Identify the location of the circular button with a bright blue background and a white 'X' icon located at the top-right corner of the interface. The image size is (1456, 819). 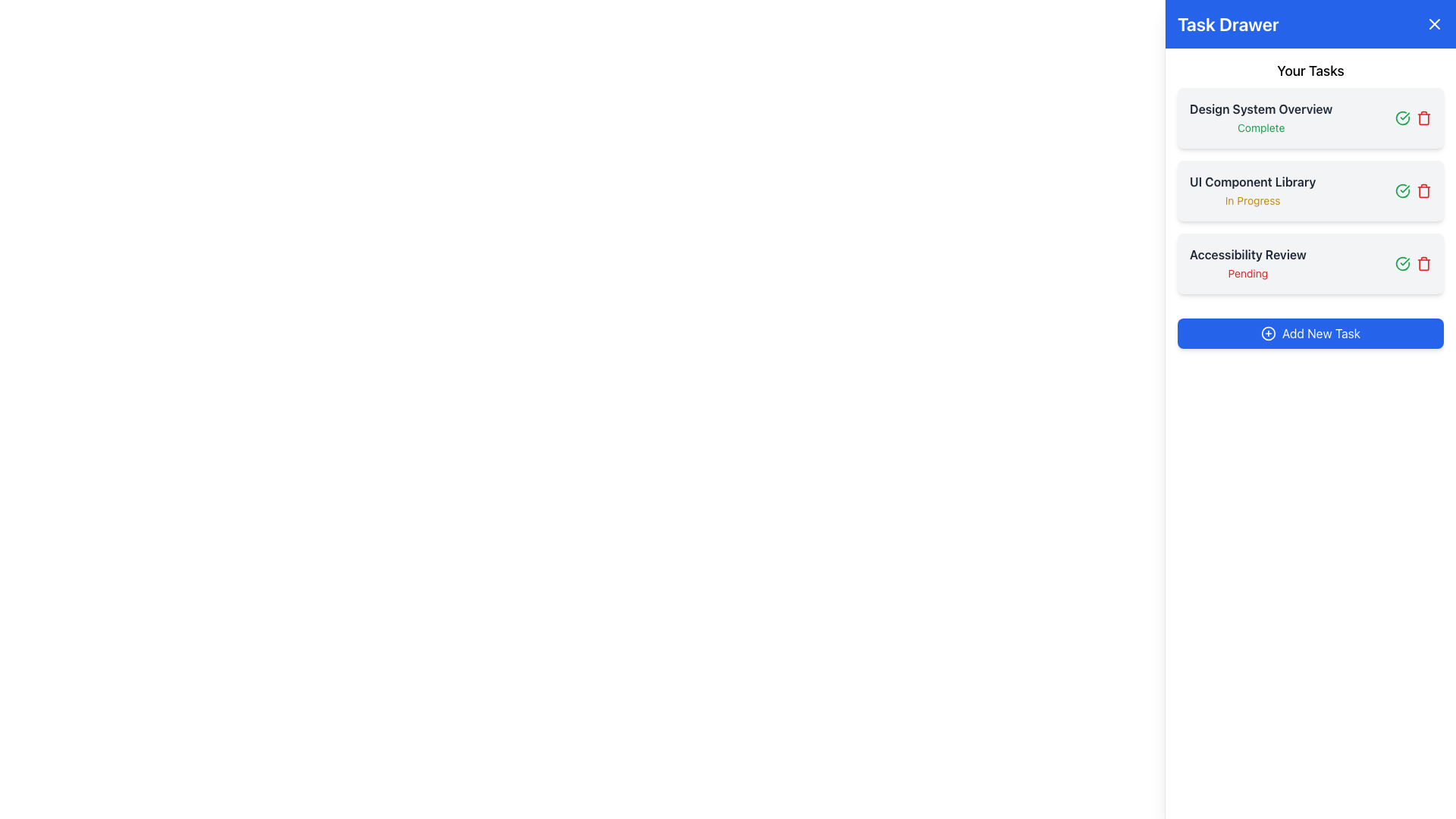
(1425, 30).